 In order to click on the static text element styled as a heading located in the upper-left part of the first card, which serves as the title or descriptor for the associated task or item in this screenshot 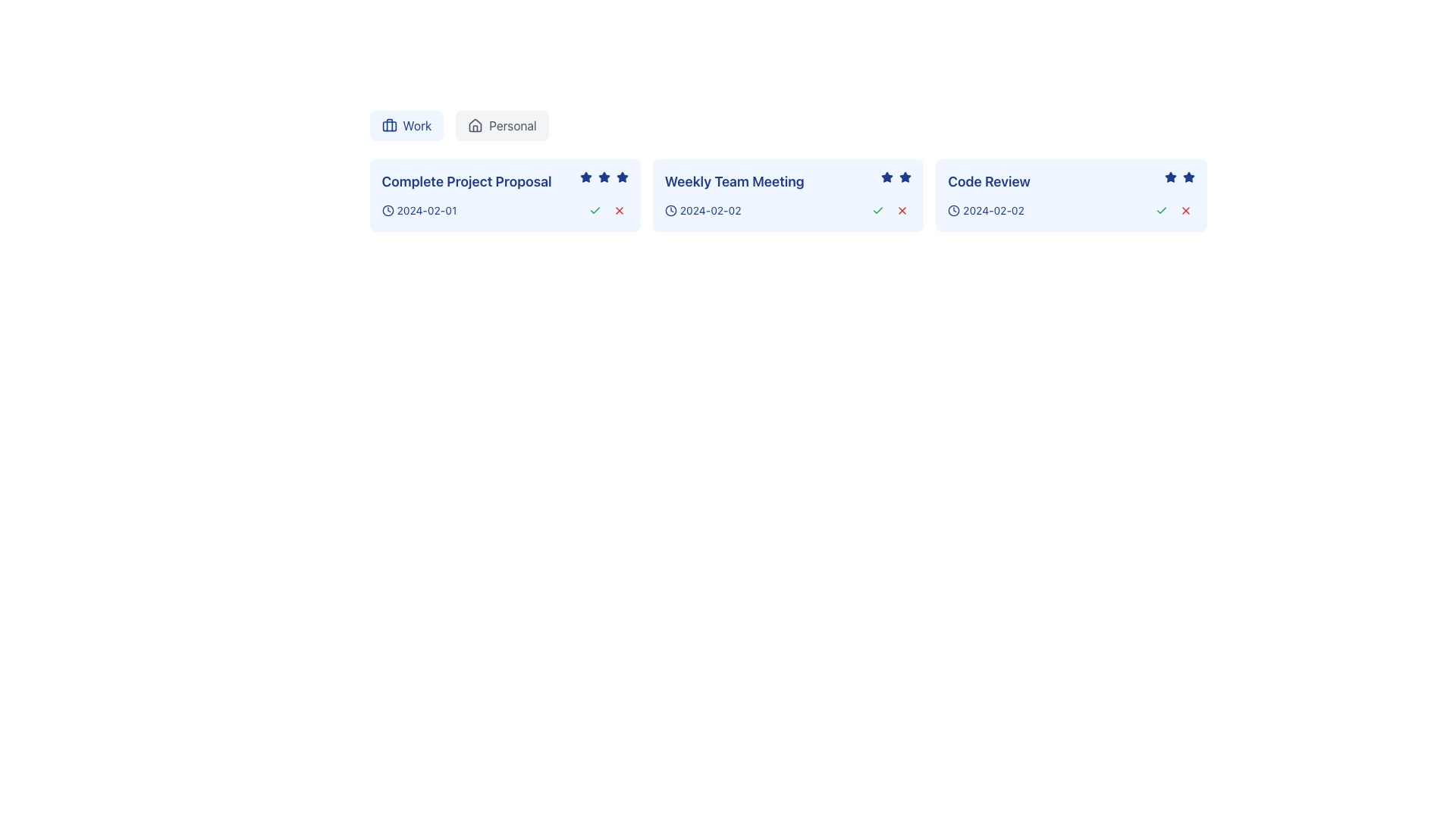, I will do `click(505, 180)`.